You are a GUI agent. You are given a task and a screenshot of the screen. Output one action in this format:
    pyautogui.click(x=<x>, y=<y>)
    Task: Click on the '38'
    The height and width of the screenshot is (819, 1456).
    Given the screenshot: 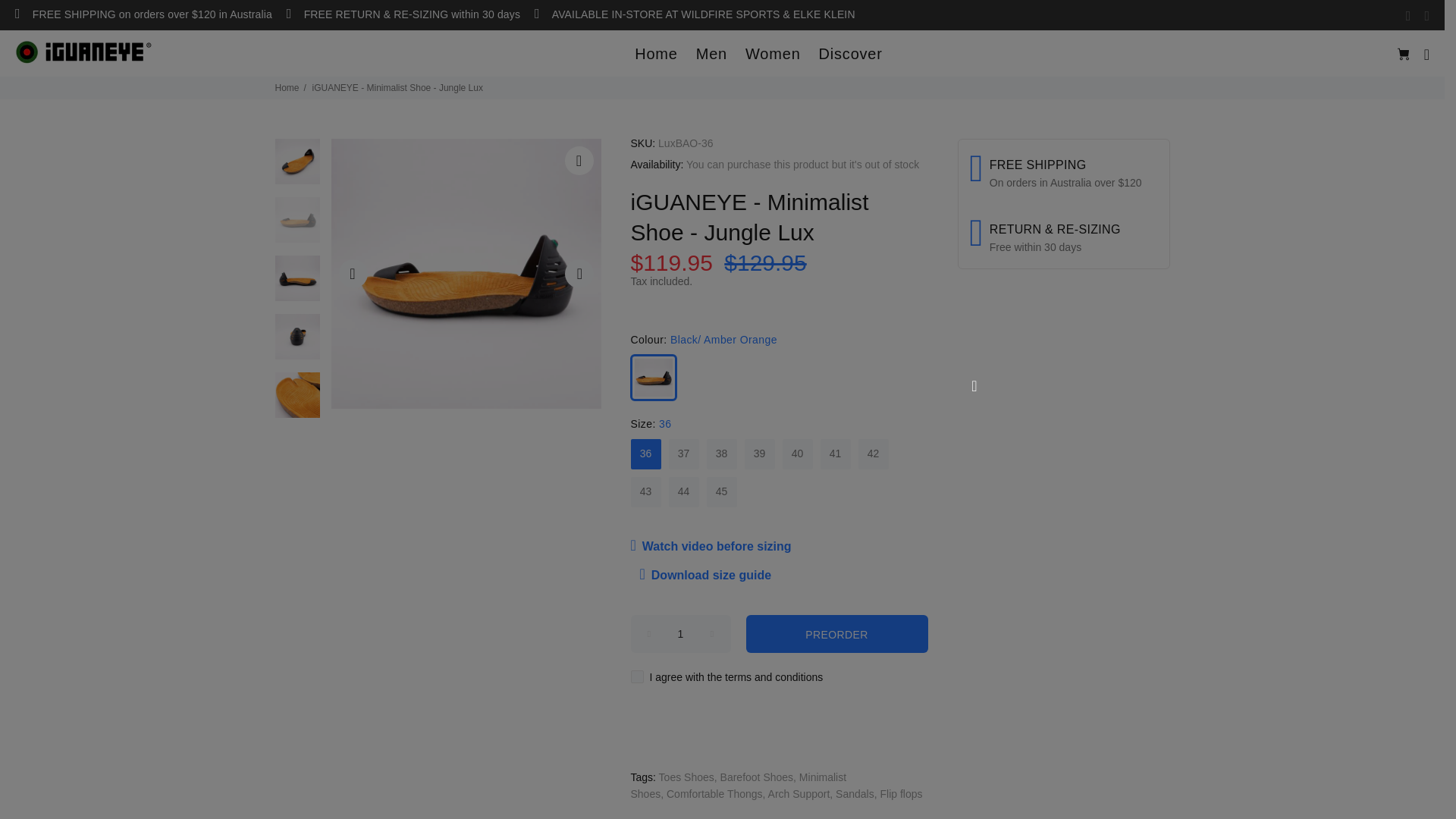 What is the action you would take?
    pyautogui.click(x=720, y=453)
    